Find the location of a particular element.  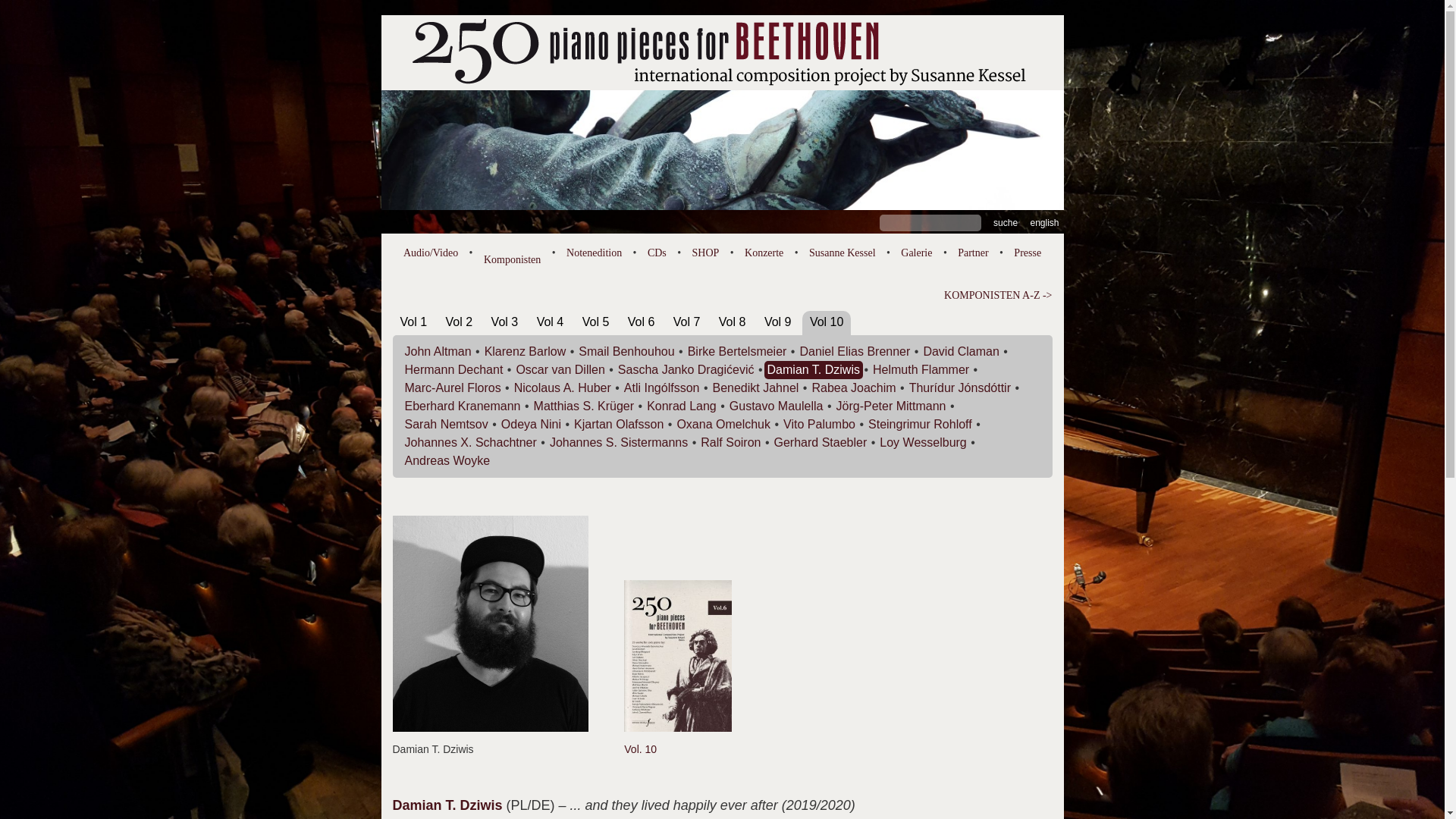

'Vol 6' is located at coordinates (628, 321).